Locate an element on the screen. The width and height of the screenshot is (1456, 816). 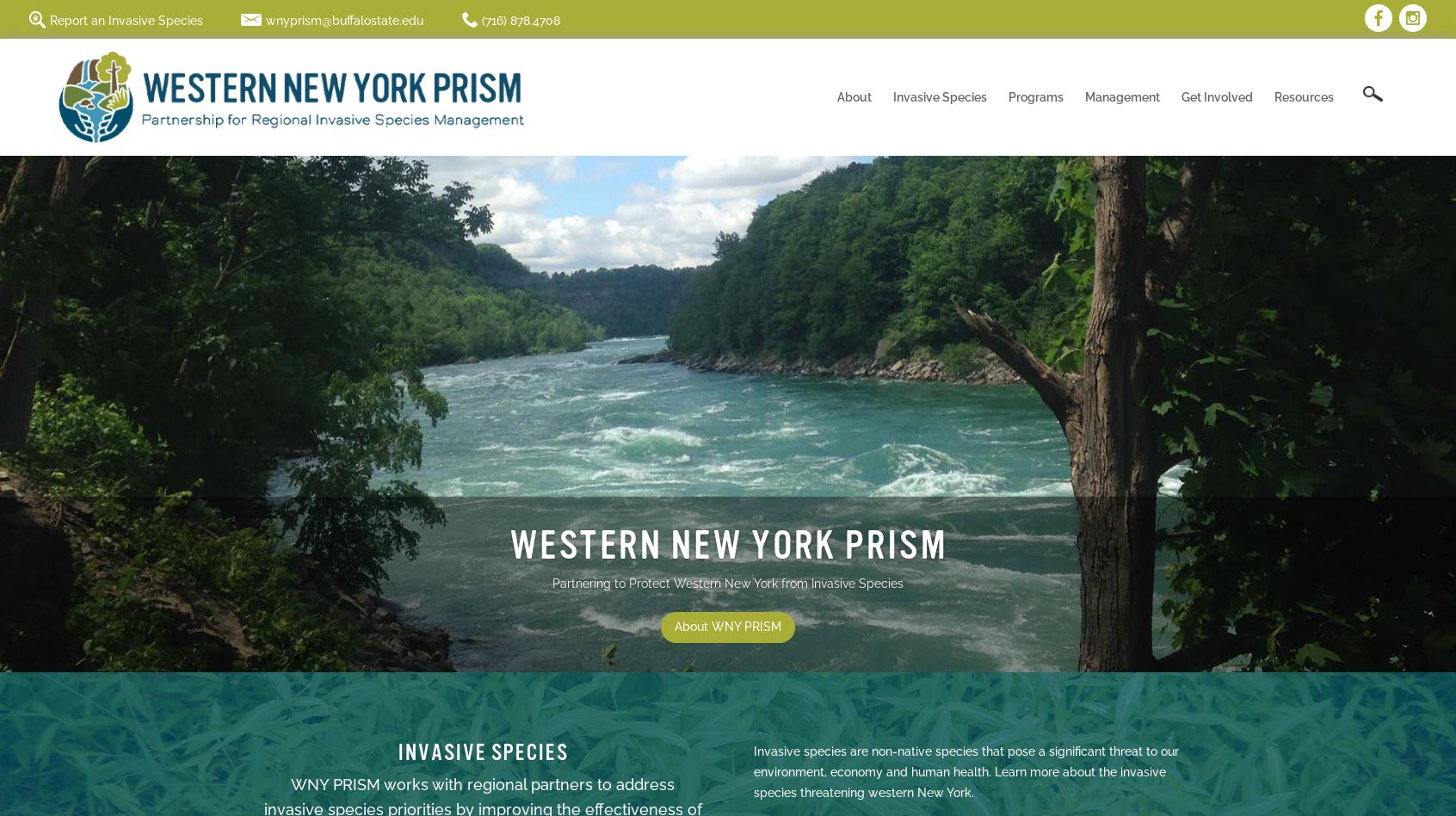
'Community Science' is located at coordinates (1097, 201).